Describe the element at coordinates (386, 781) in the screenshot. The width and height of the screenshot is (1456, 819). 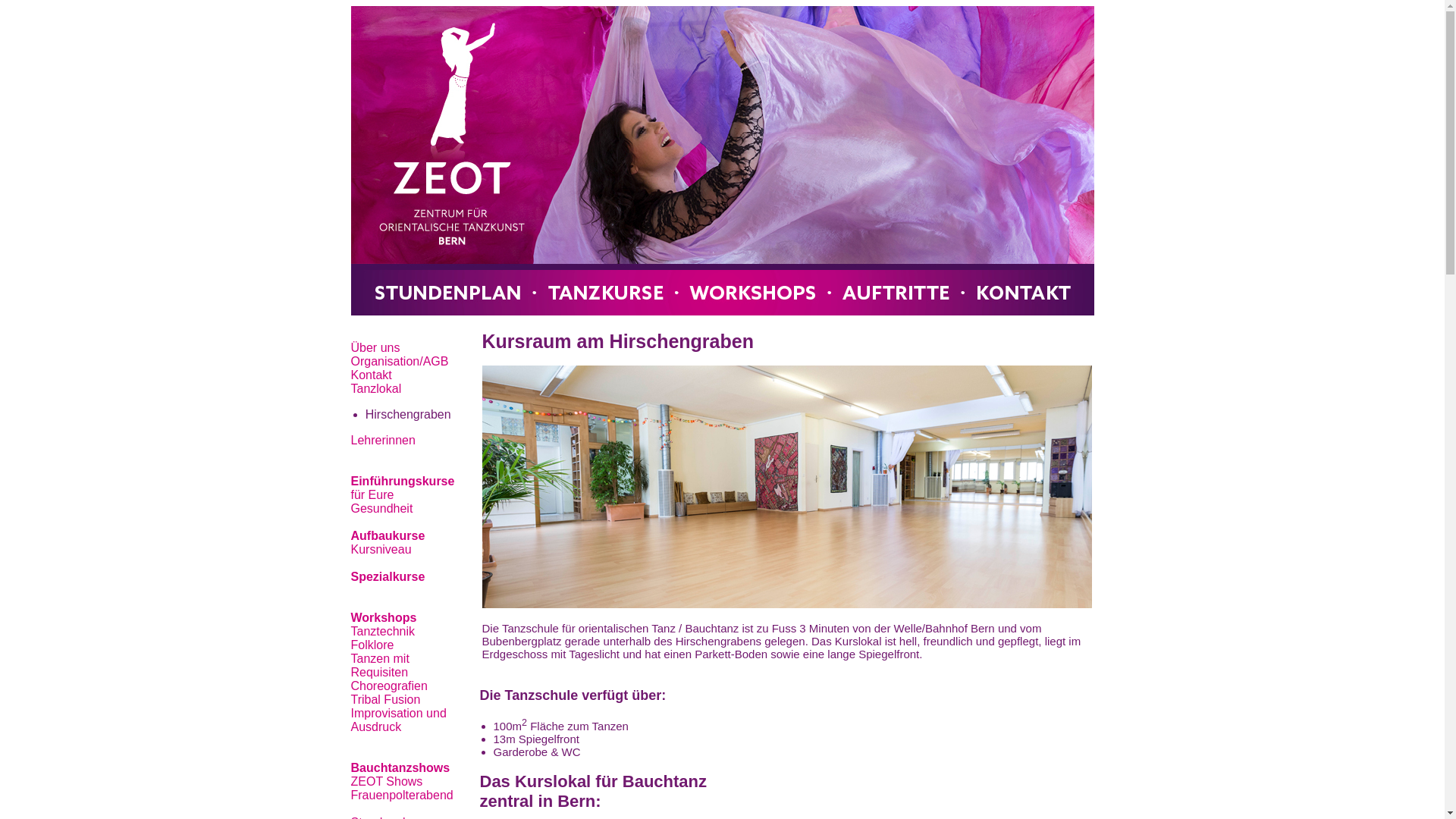
I see `'ZEOT Shows'` at that location.